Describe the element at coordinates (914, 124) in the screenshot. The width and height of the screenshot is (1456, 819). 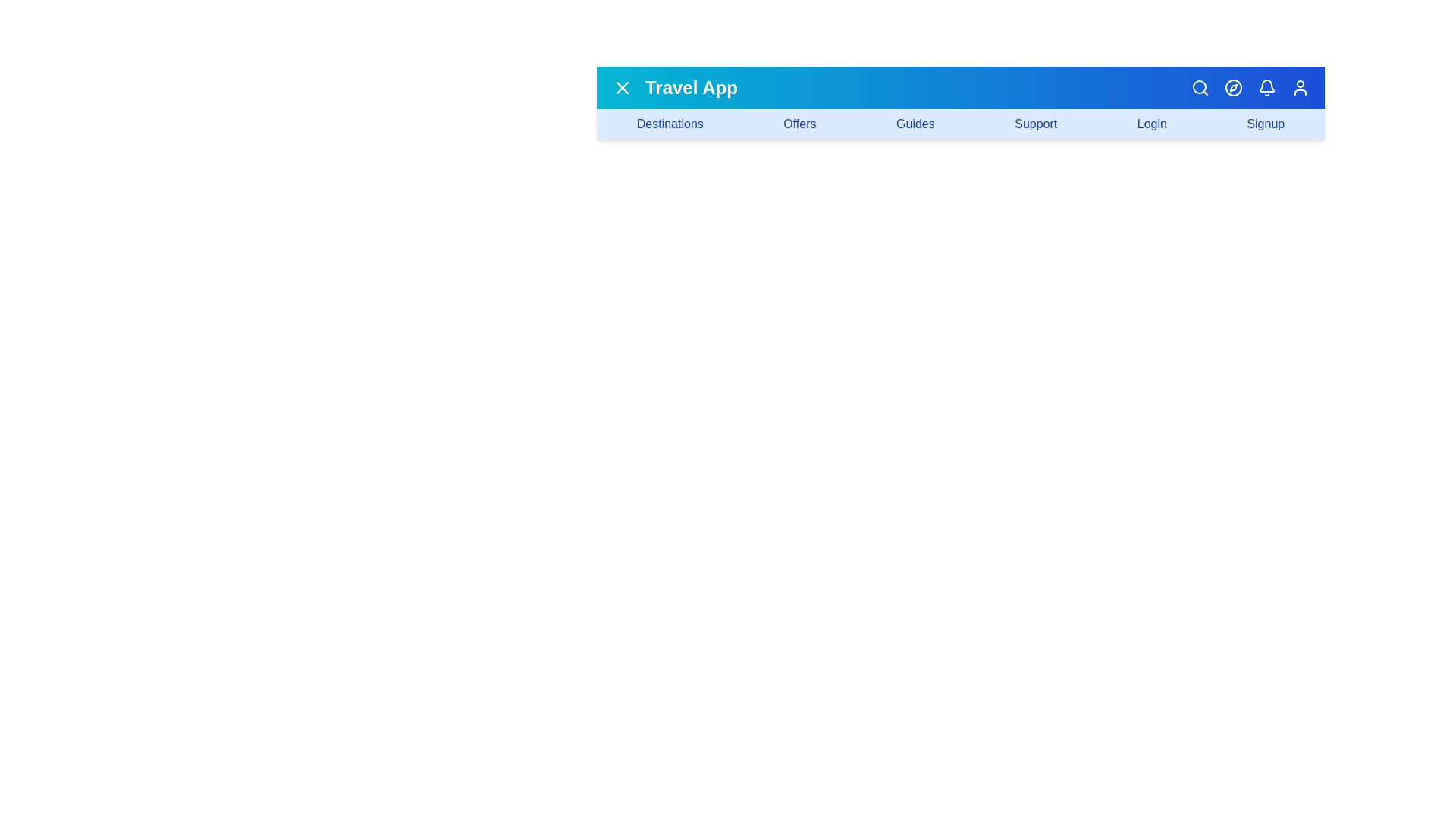
I see `the navigation link labeled 'Guides'` at that location.